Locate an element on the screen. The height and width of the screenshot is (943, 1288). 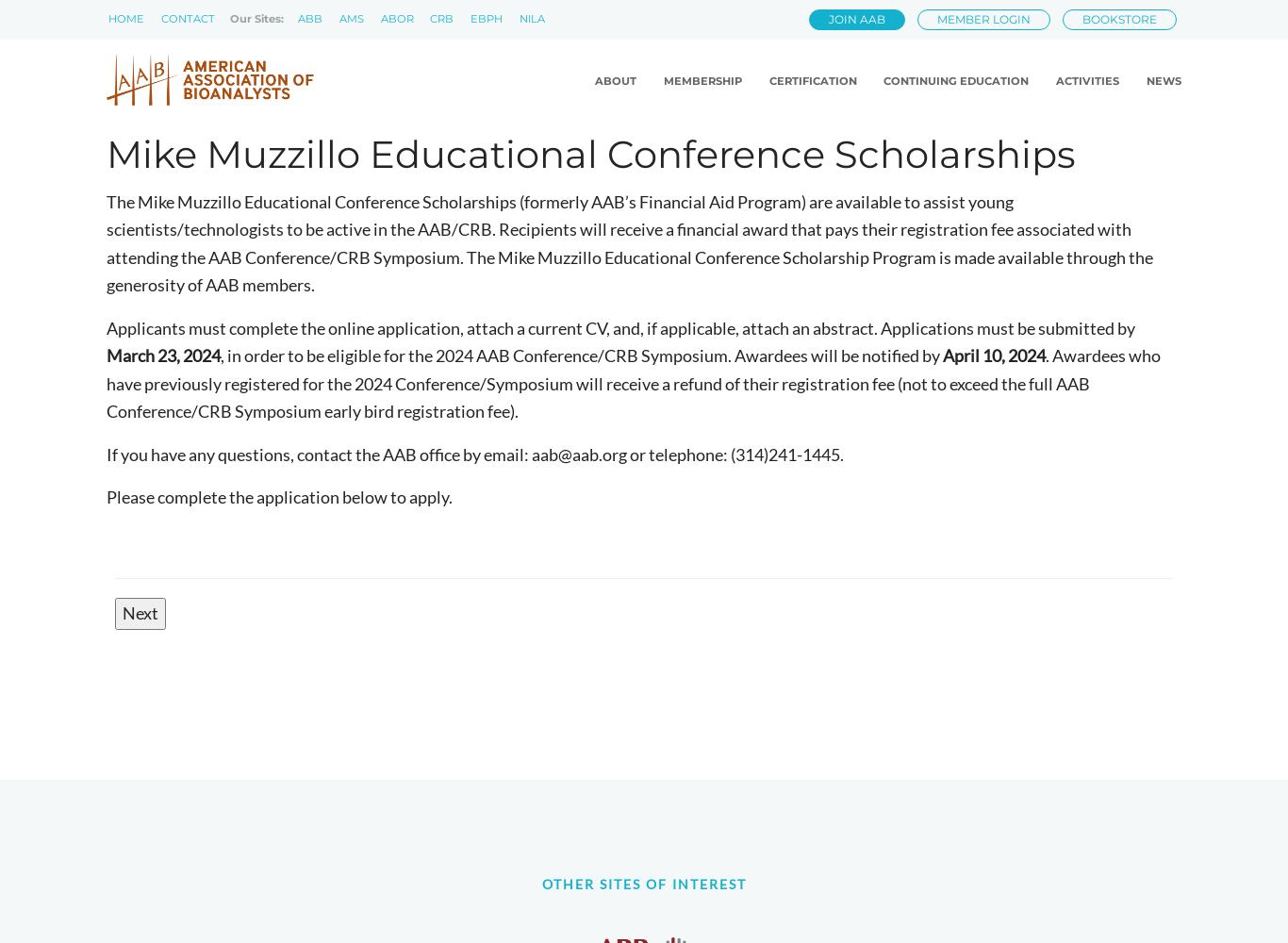
', in order to be eligible for the 2024 AAB Conference/CRB Symposium. Awardees will be notified by' is located at coordinates (581, 356).